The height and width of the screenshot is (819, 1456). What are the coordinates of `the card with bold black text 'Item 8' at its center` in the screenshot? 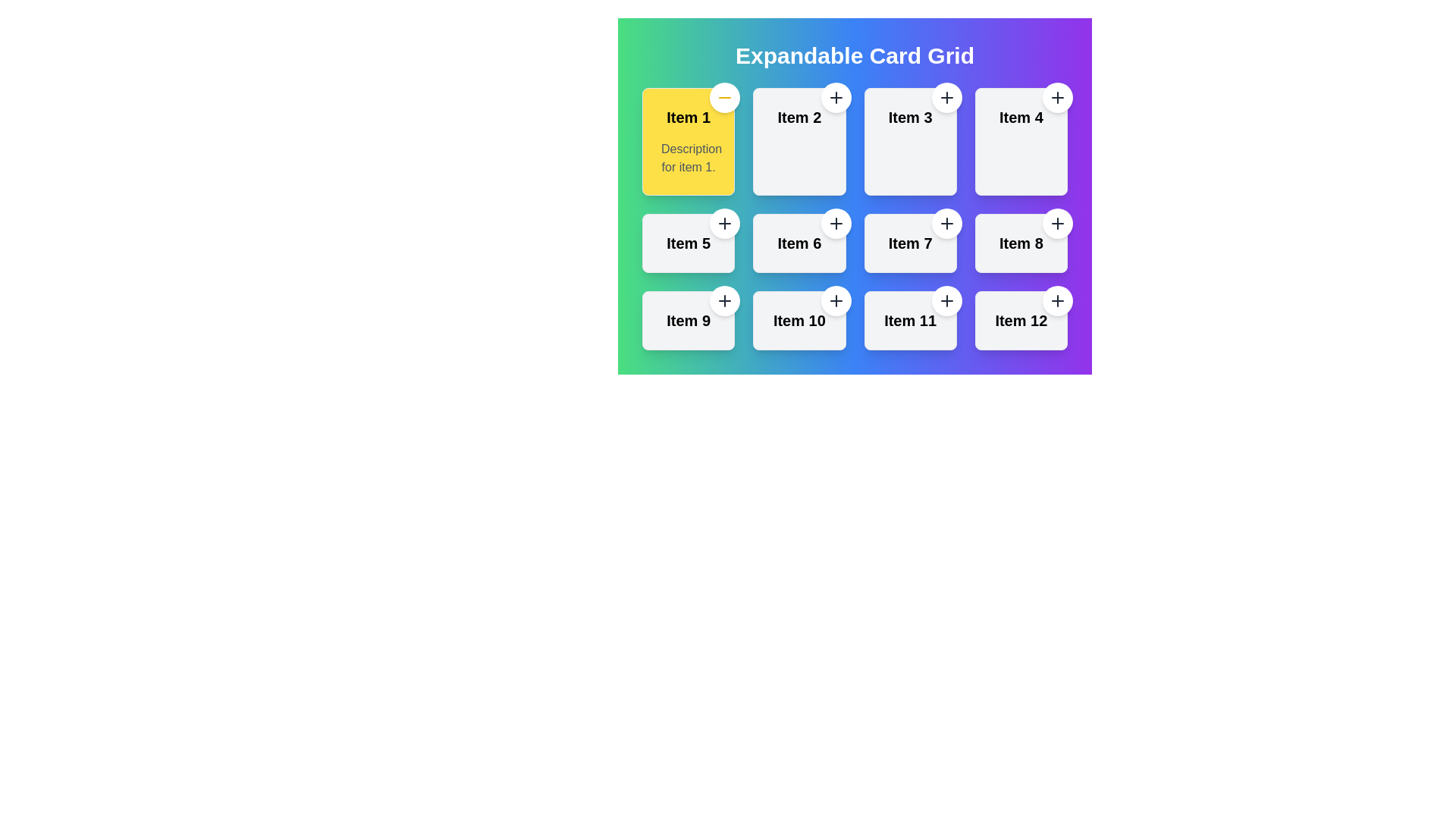 It's located at (1021, 242).